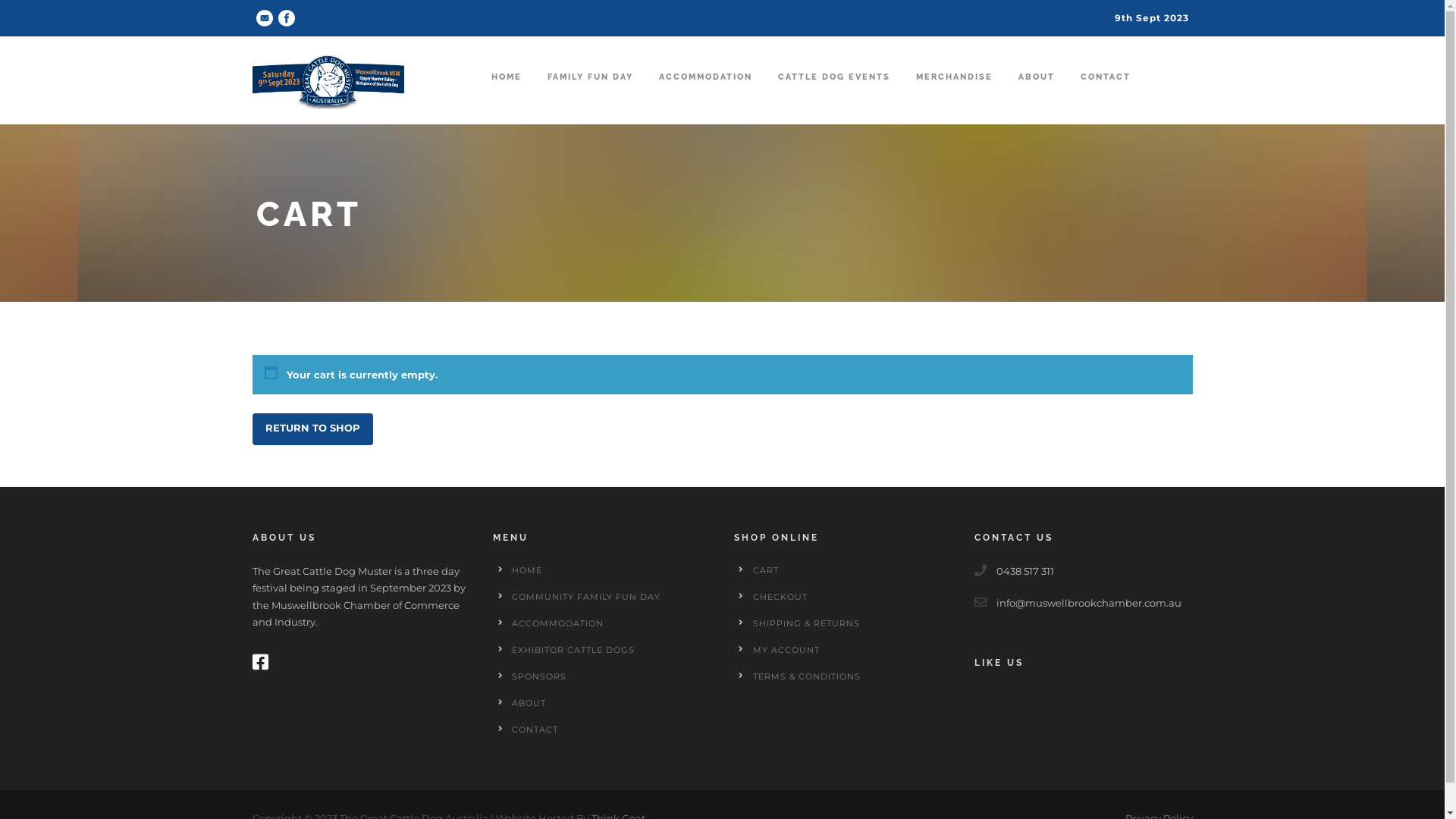 Image resolution: width=1456 pixels, height=819 pixels. I want to click on 'HOME', so click(512, 570).